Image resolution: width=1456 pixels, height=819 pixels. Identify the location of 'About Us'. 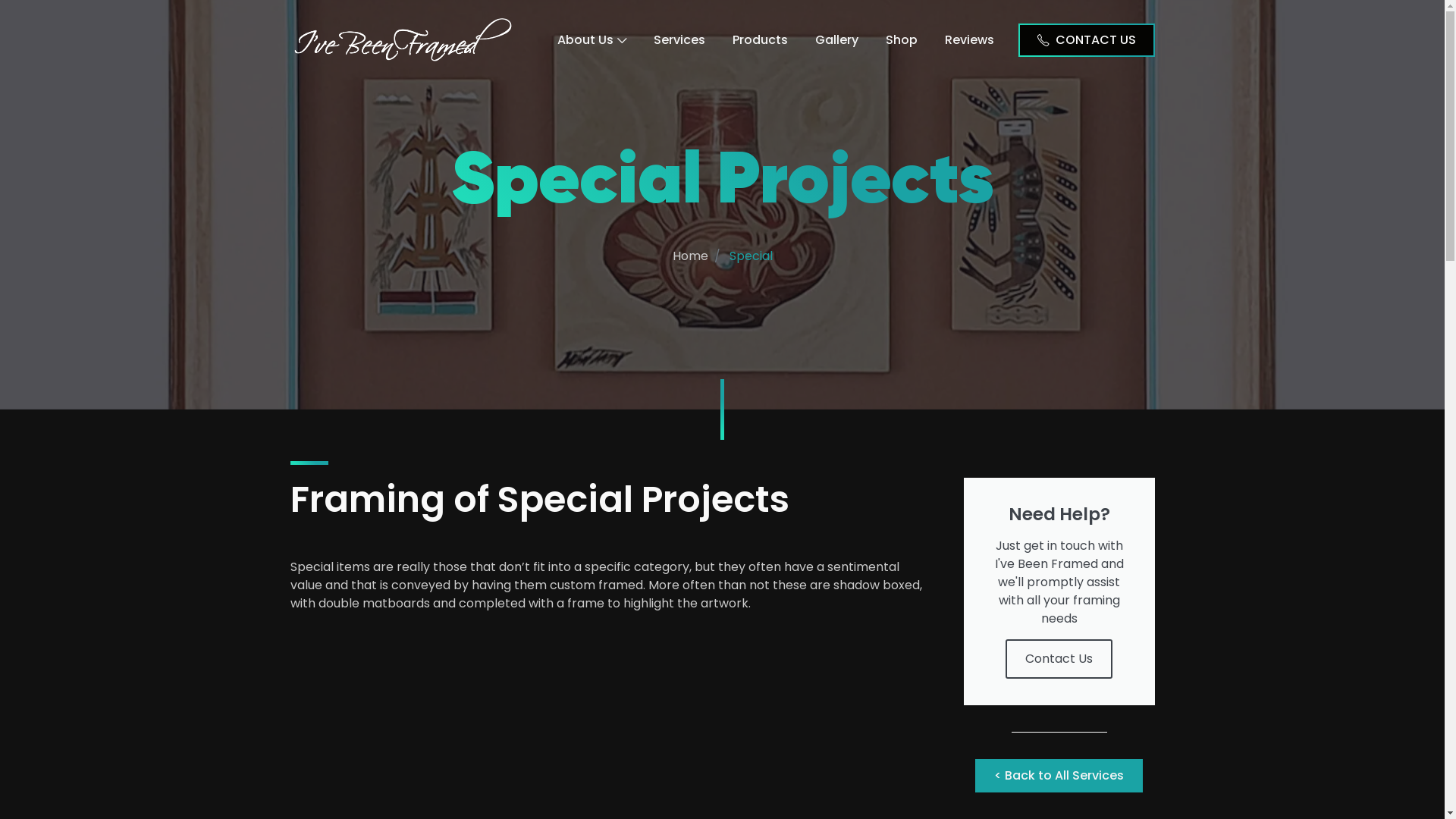
(591, 38).